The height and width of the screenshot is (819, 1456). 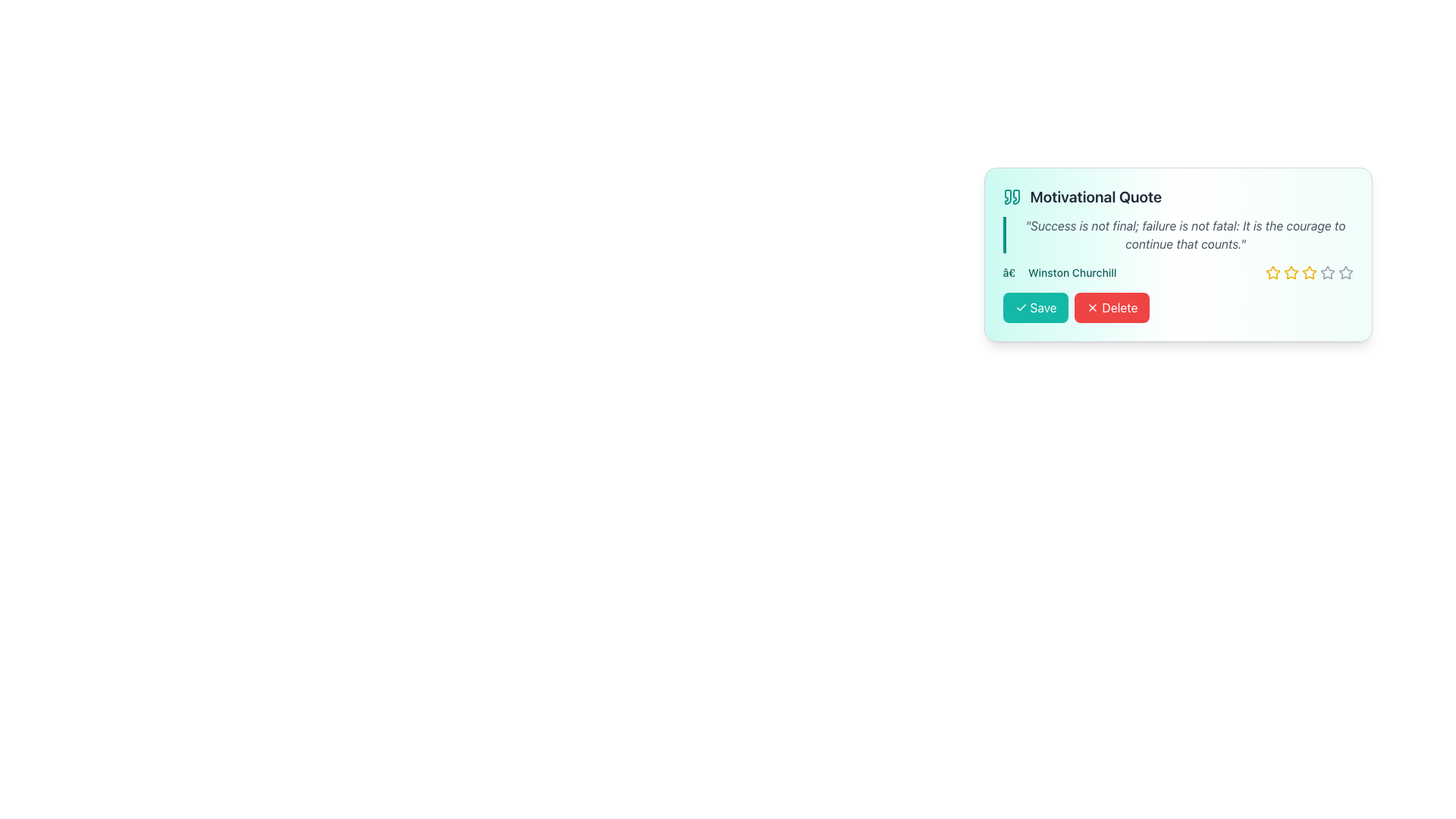 What do you see at coordinates (1326, 271) in the screenshot?
I see `the outlined gray star icon, which is the fifth star in a horizontal row of six rating stars located in the bottom-right portion of a motivational quote card` at bounding box center [1326, 271].